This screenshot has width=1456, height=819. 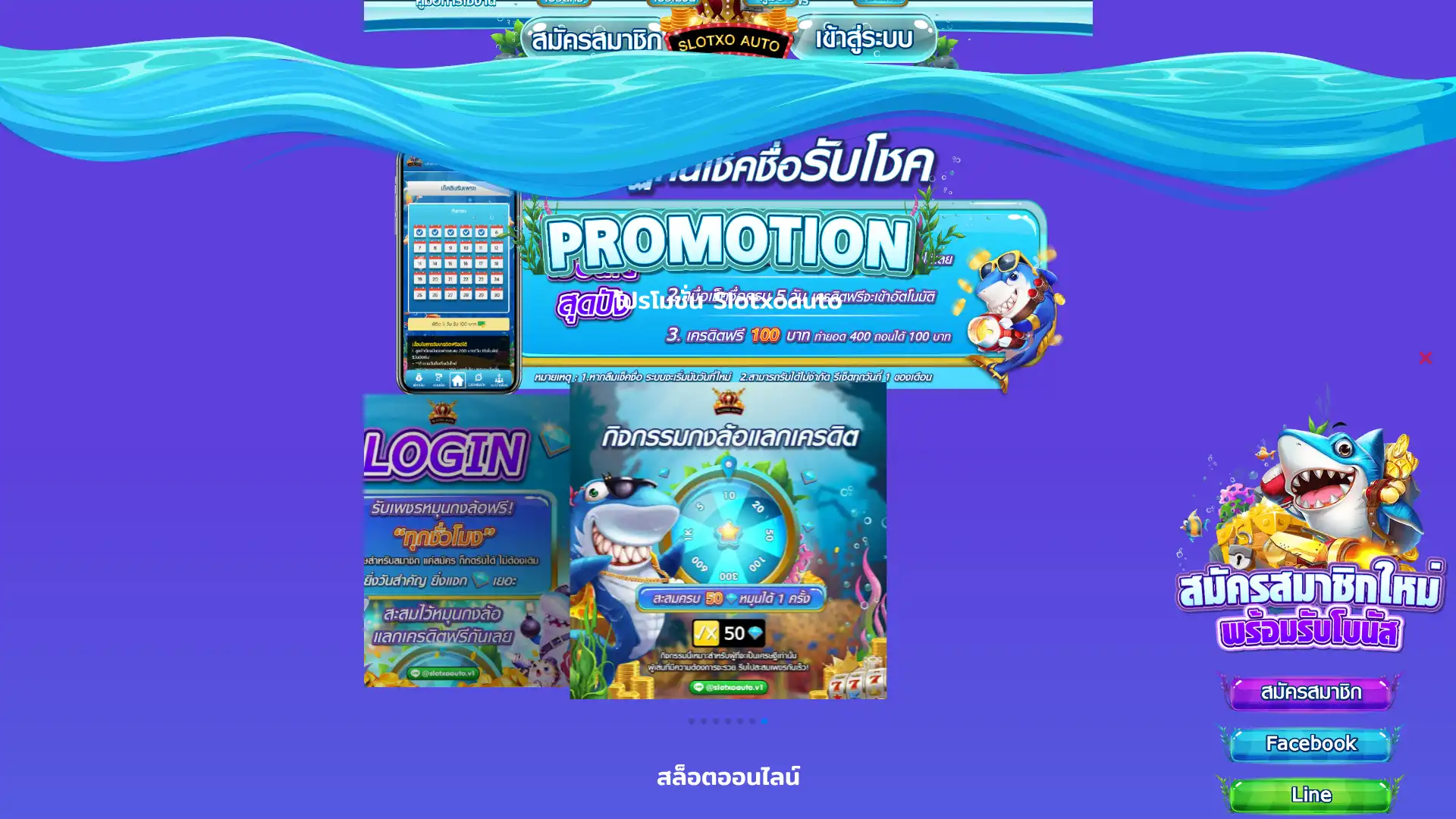 I want to click on Close, so click(x=1425, y=357).